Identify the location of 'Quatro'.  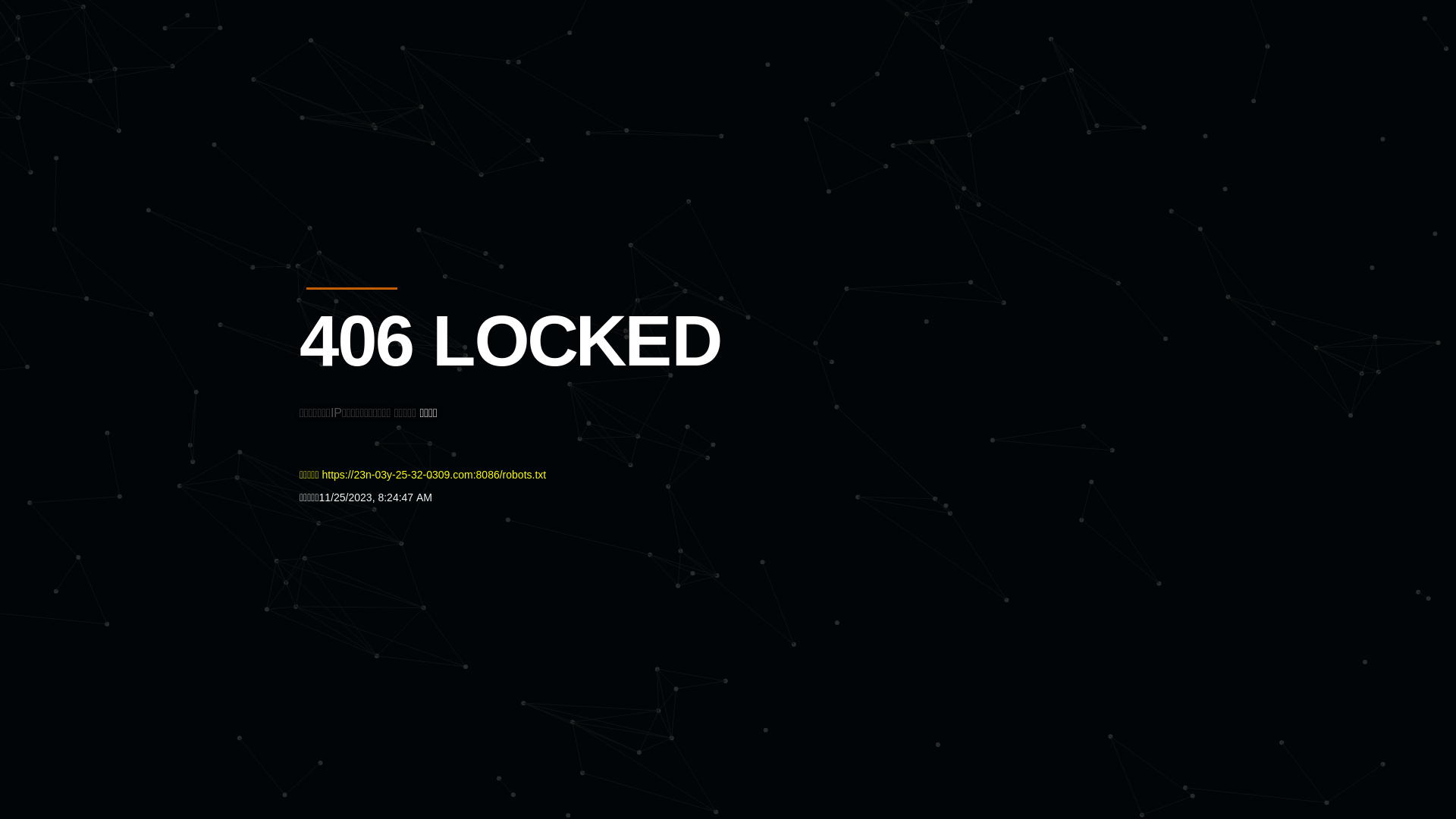
(411, 86).